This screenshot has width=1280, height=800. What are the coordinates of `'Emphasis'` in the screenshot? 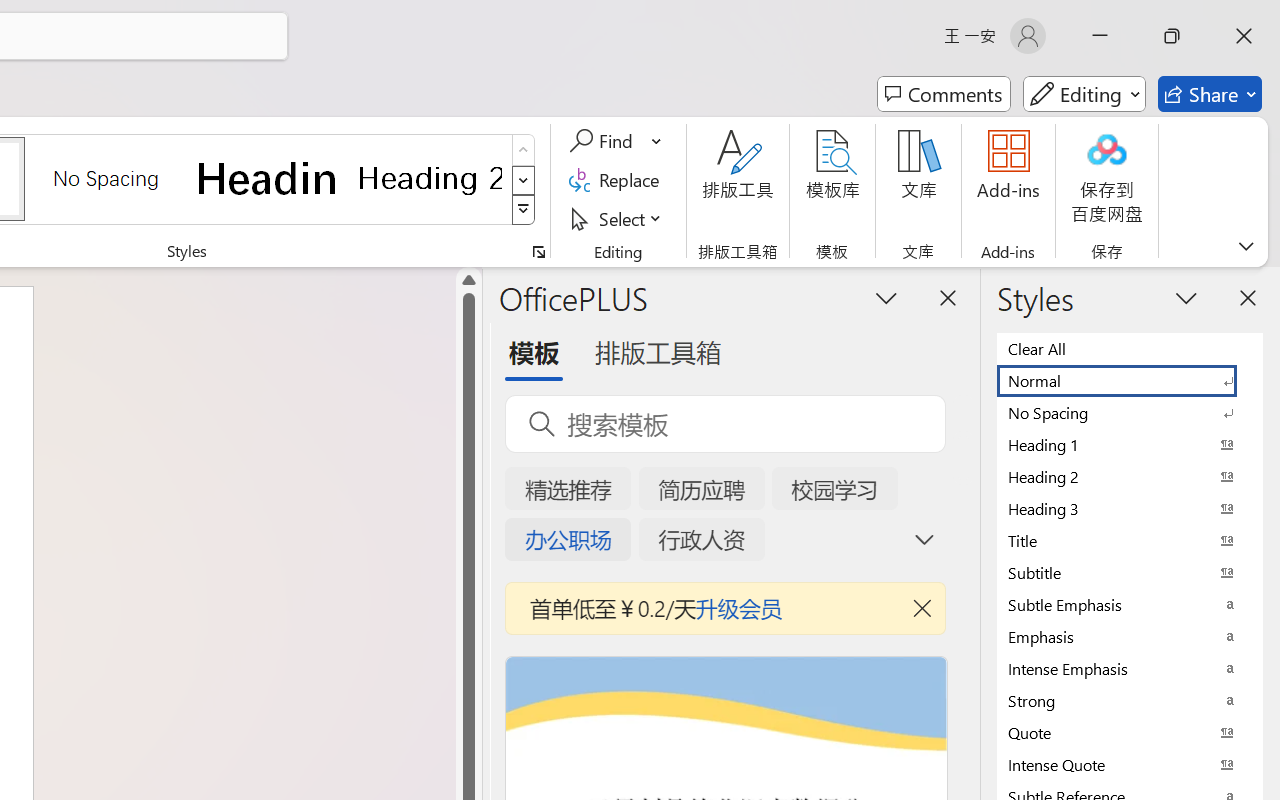 It's located at (1130, 635).